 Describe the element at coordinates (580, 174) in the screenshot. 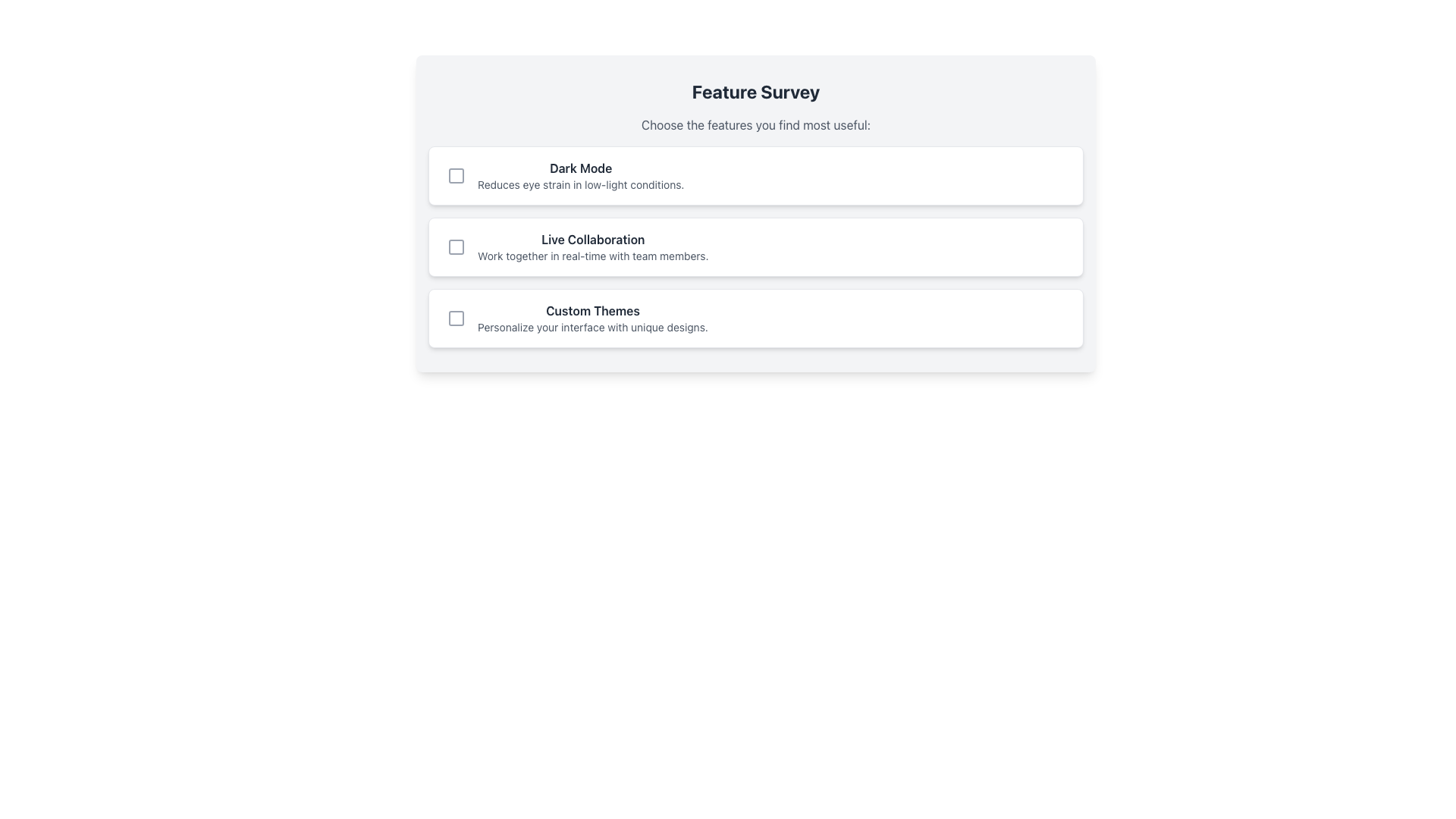

I see `text content of the 'Dark Mode' feature description block, which includes the bold text 'Dark Mode' and the smaller text 'Reduces eye strain in low-light conditions.'` at that location.